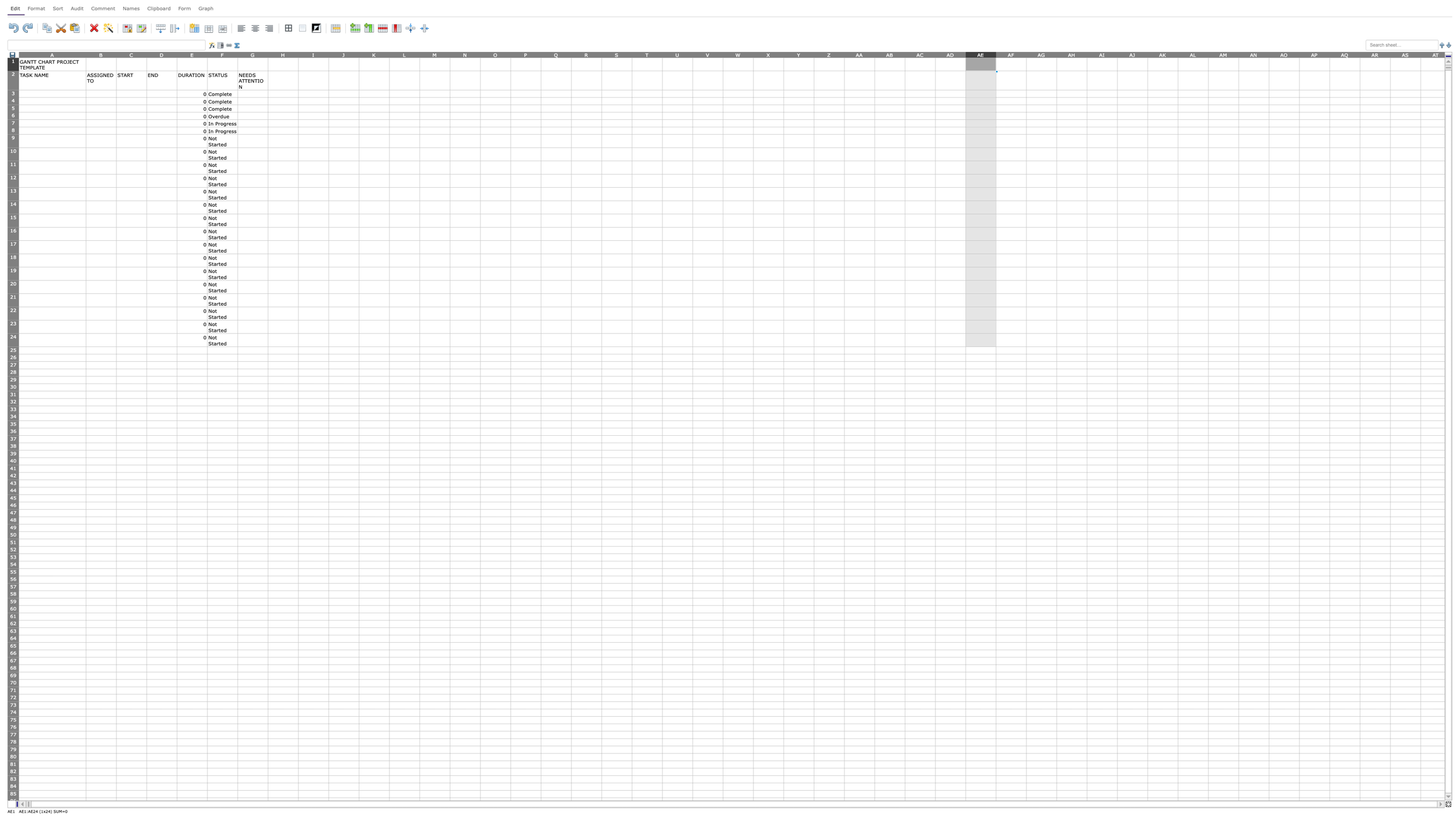 This screenshot has width=1456, height=819. What do you see at coordinates (1086, 54) in the screenshot?
I see `Position mouse at column AH's width adjustment area` at bounding box center [1086, 54].